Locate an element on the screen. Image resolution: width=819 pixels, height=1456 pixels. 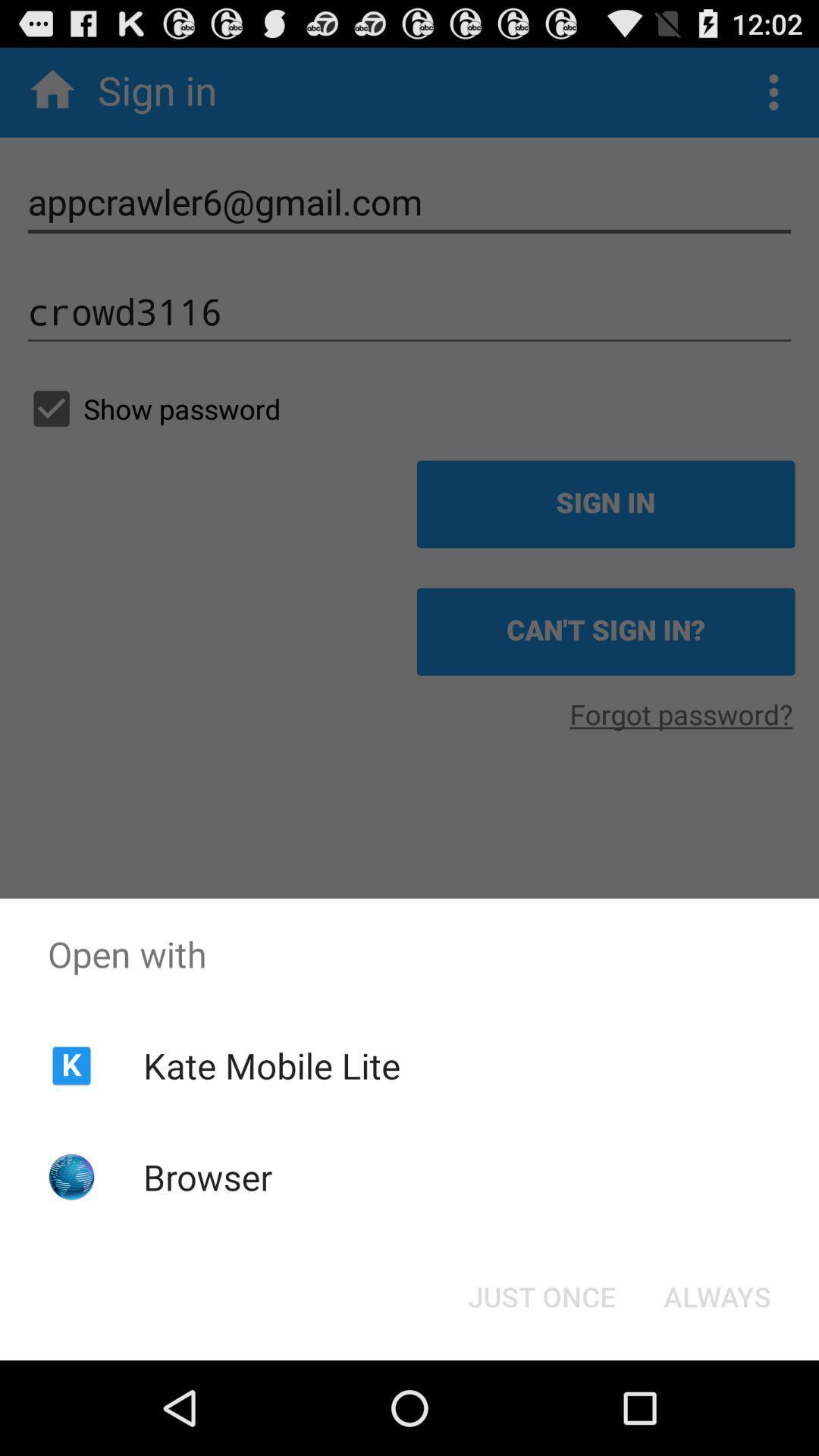
the icon to the left of always icon is located at coordinates (541, 1295).